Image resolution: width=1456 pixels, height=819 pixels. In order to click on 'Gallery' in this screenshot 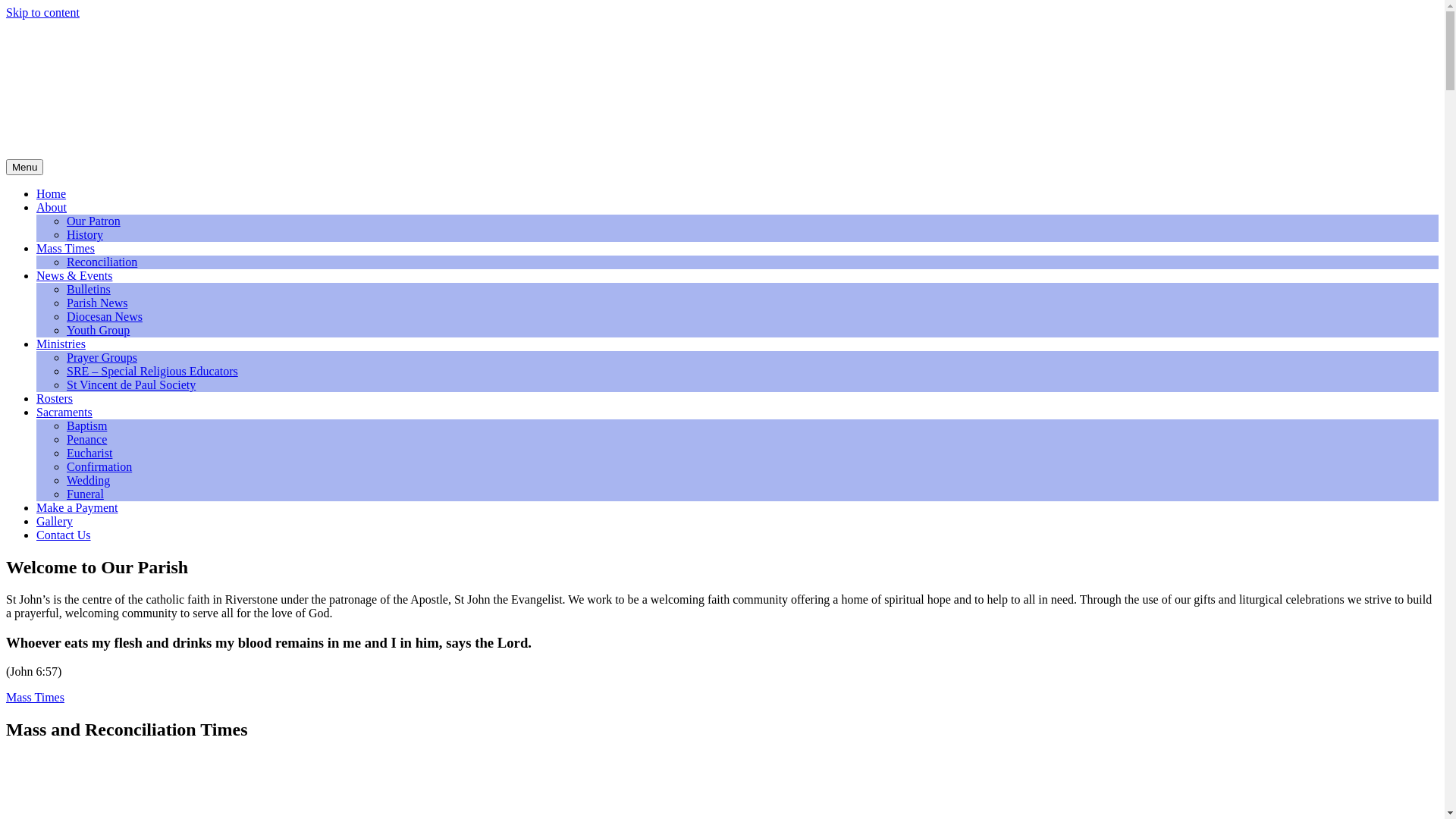, I will do `click(55, 520)`.